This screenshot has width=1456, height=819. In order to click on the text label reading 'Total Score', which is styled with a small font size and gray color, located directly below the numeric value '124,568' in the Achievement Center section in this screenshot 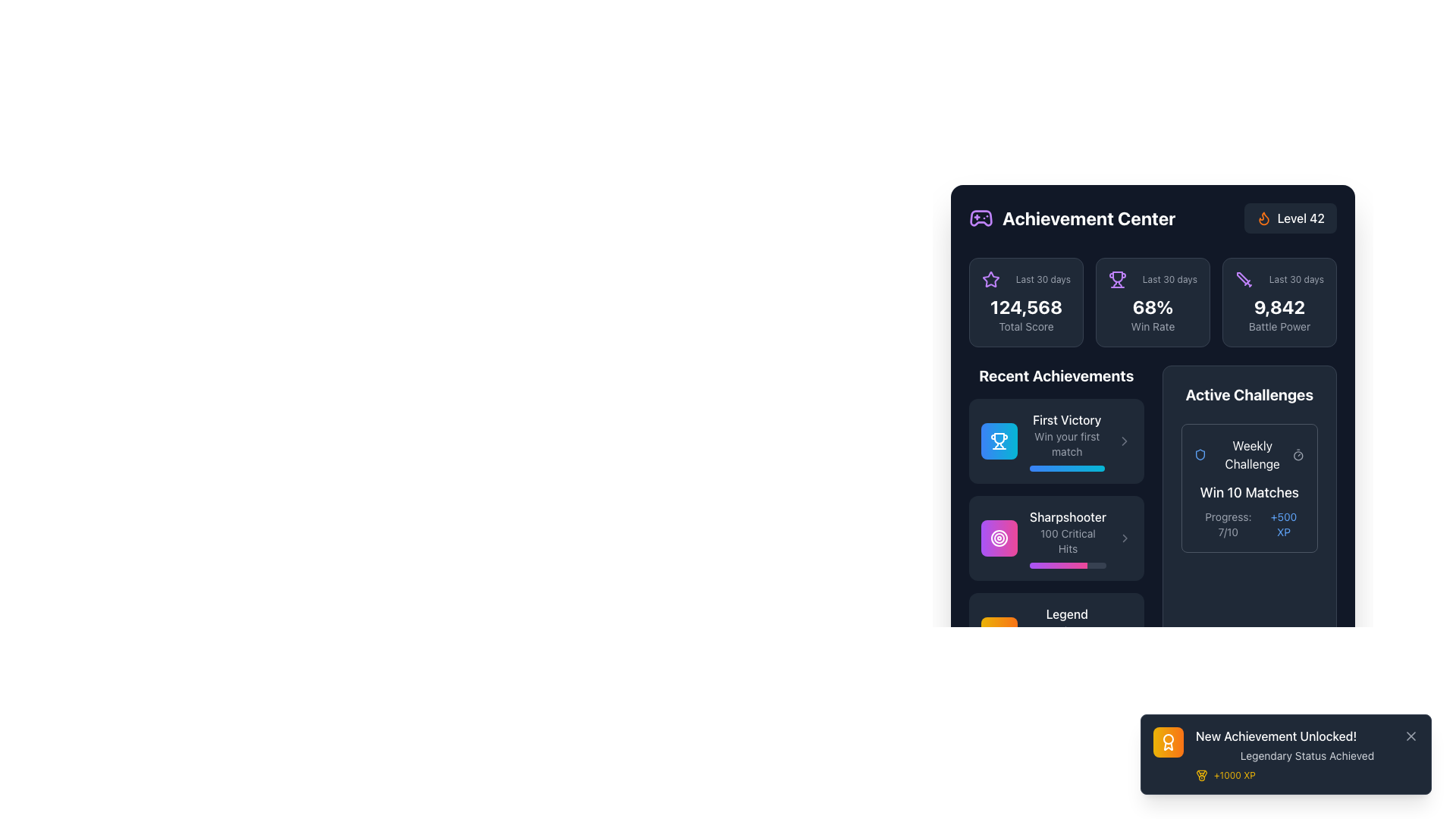, I will do `click(1026, 326)`.